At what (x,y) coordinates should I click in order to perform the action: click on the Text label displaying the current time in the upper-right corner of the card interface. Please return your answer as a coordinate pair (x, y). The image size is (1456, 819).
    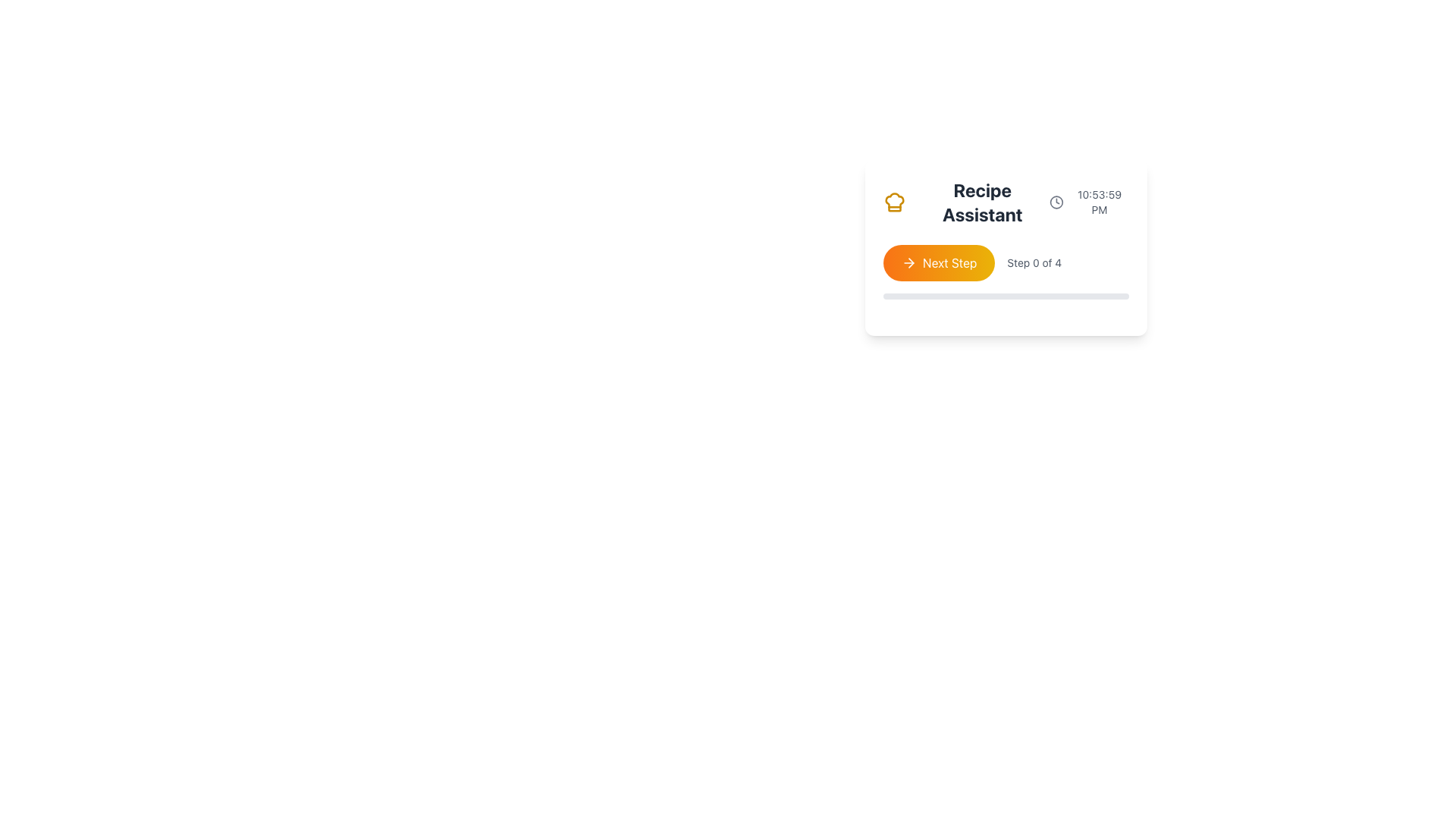
    Looking at the image, I should click on (1100, 201).